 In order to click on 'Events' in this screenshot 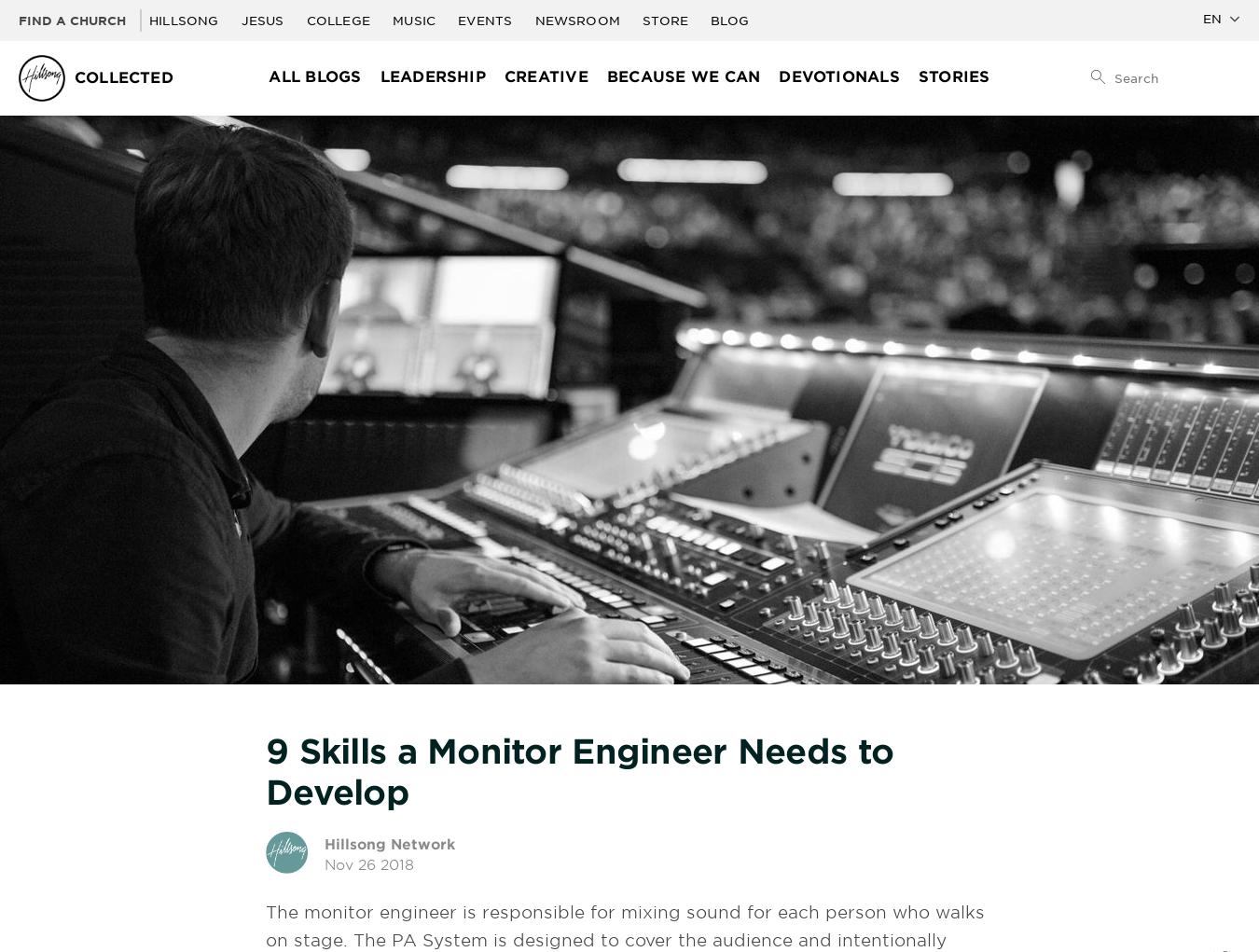, I will do `click(486, 20)`.